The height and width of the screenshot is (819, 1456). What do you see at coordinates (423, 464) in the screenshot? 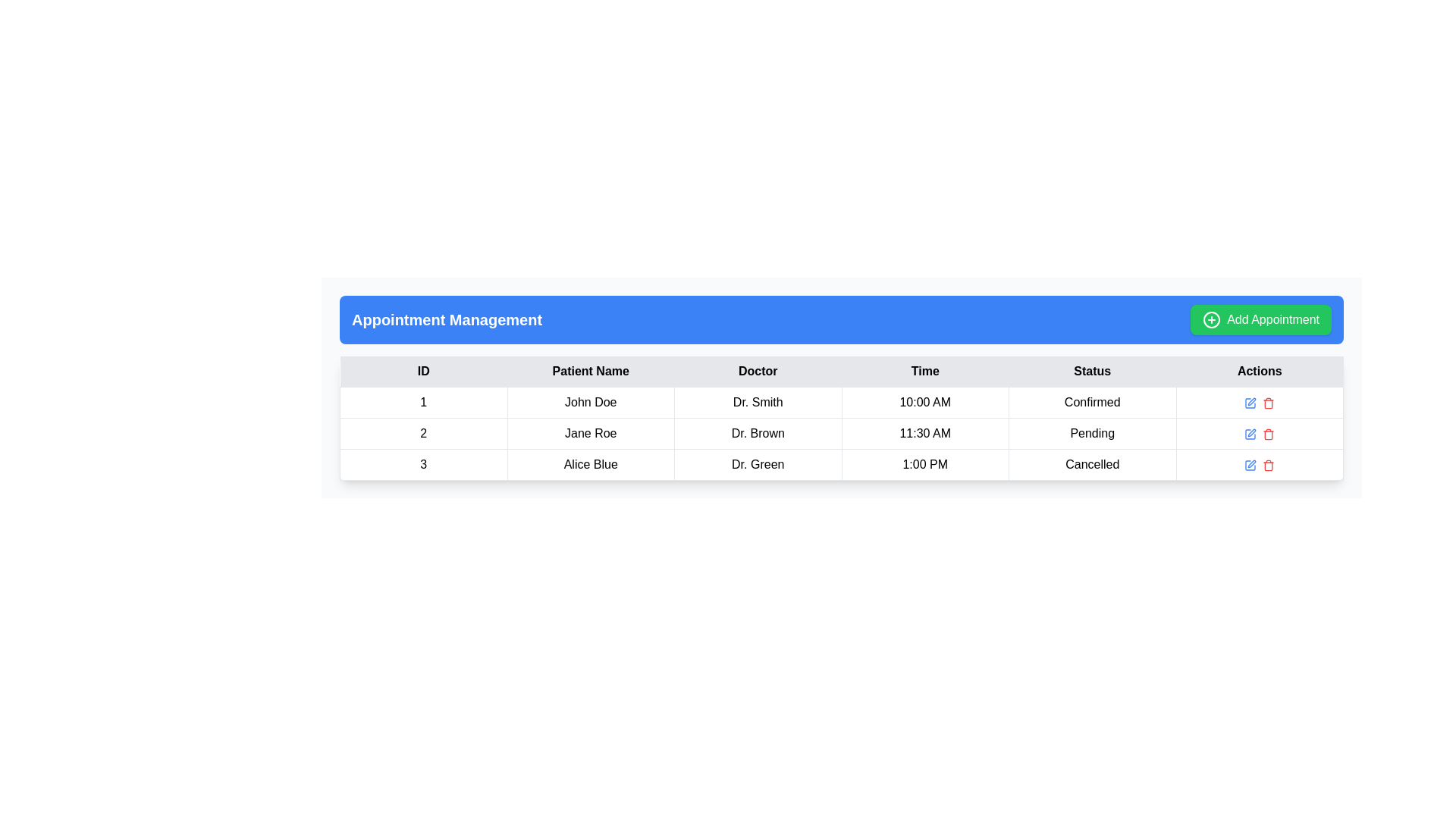
I see `the static table cell displaying the number '3' in the 'ID' column of the table for patient Alice Blue` at bounding box center [423, 464].